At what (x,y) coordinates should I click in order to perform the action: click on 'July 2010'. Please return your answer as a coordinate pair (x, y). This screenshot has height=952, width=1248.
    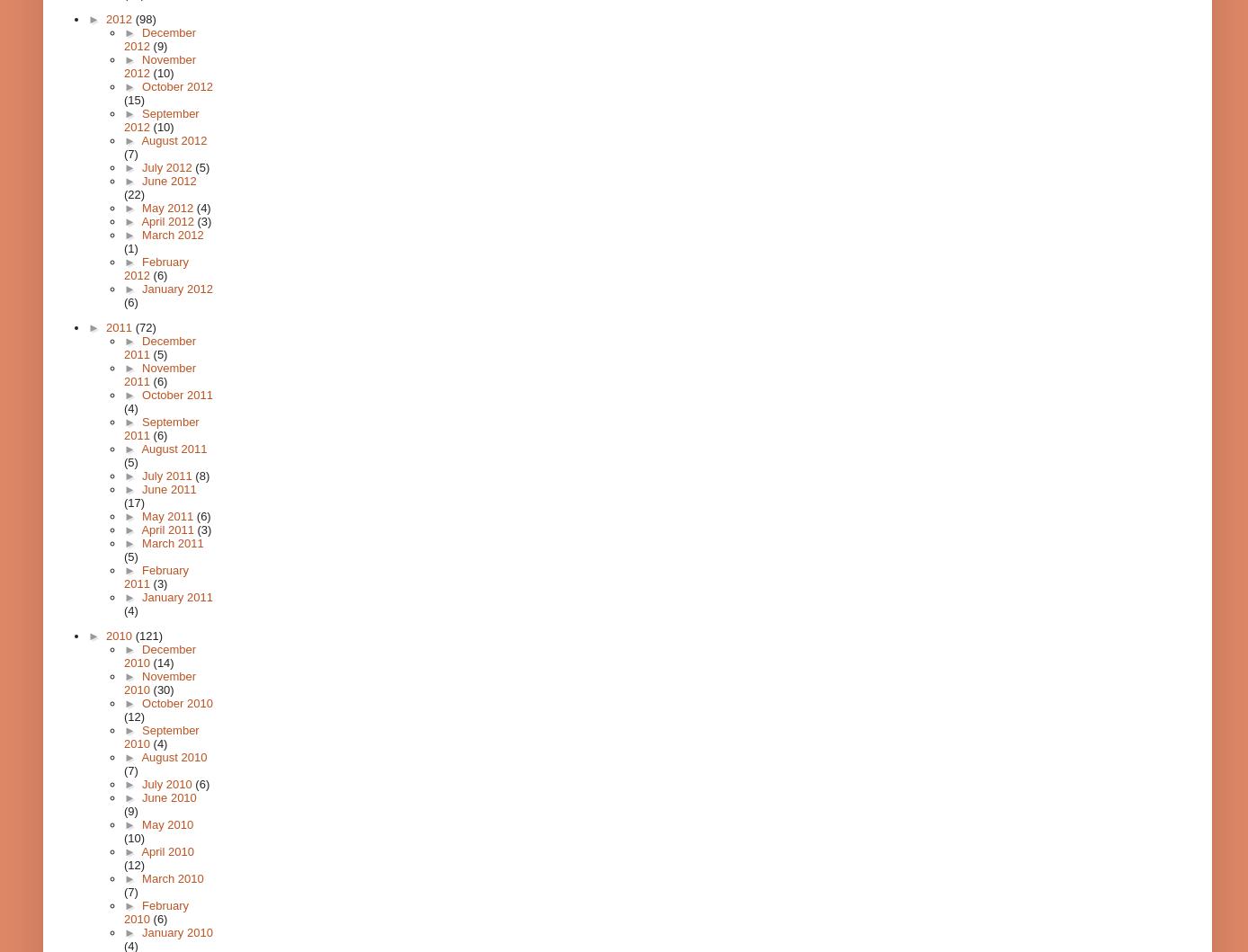
    Looking at the image, I should click on (167, 784).